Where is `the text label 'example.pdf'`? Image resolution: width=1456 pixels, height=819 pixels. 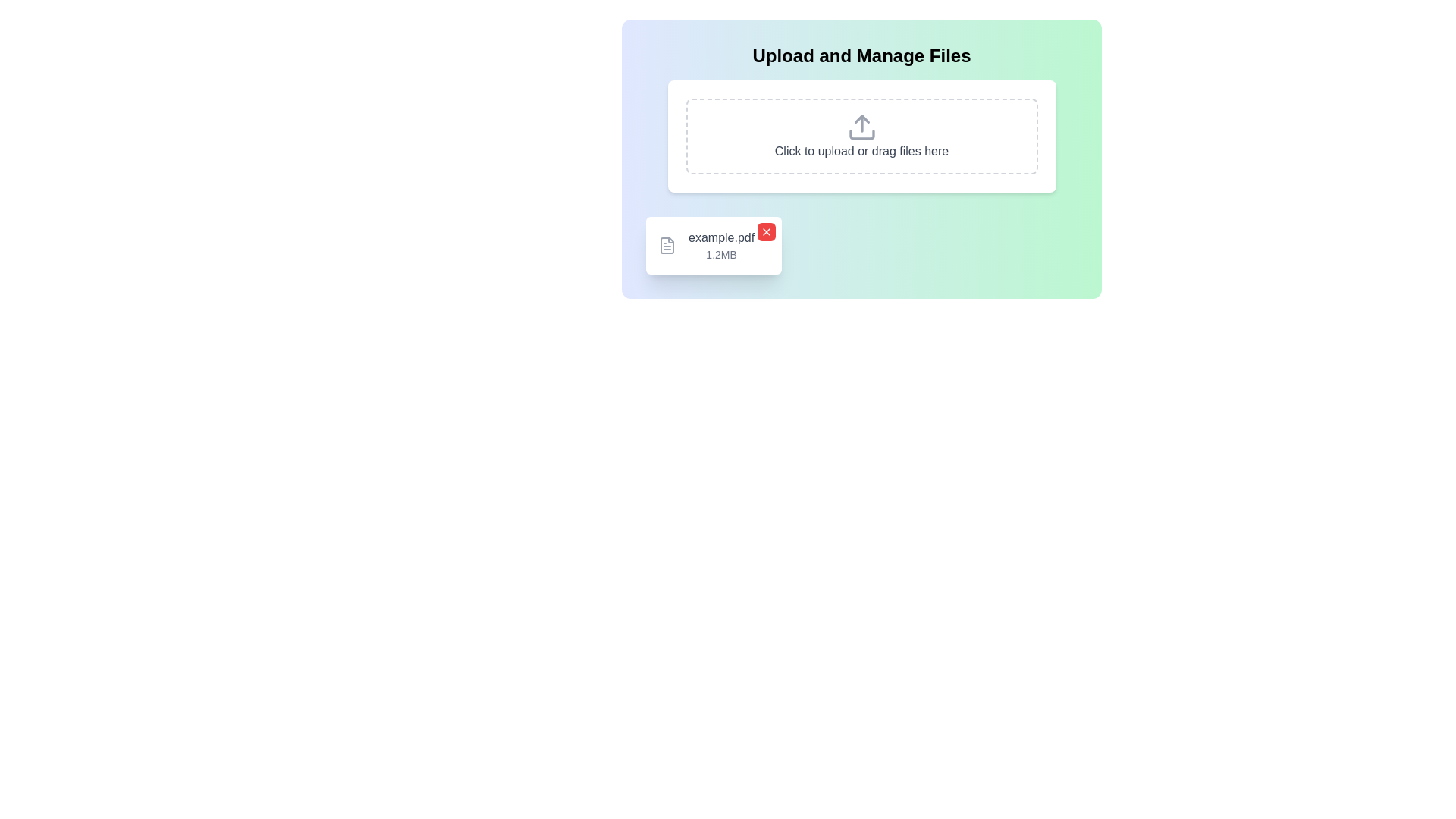 the text label 'example.pdf' is located at coordinates (720, 237).